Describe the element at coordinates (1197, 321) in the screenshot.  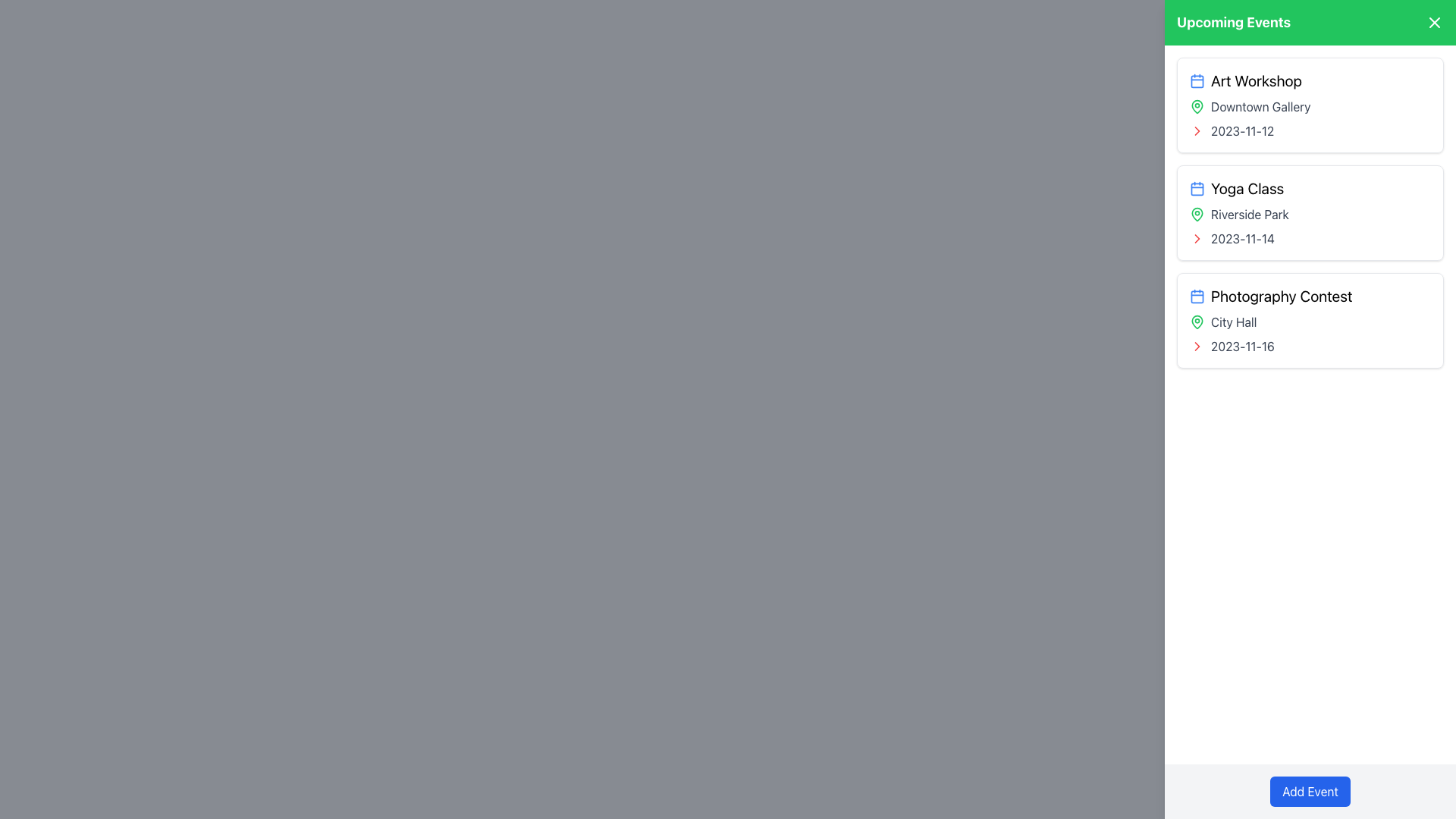
I see `the icon representing the location of the 'Photography Contest' event, which is positioned to the left of the text 'City Hall' within the event card` at that location.